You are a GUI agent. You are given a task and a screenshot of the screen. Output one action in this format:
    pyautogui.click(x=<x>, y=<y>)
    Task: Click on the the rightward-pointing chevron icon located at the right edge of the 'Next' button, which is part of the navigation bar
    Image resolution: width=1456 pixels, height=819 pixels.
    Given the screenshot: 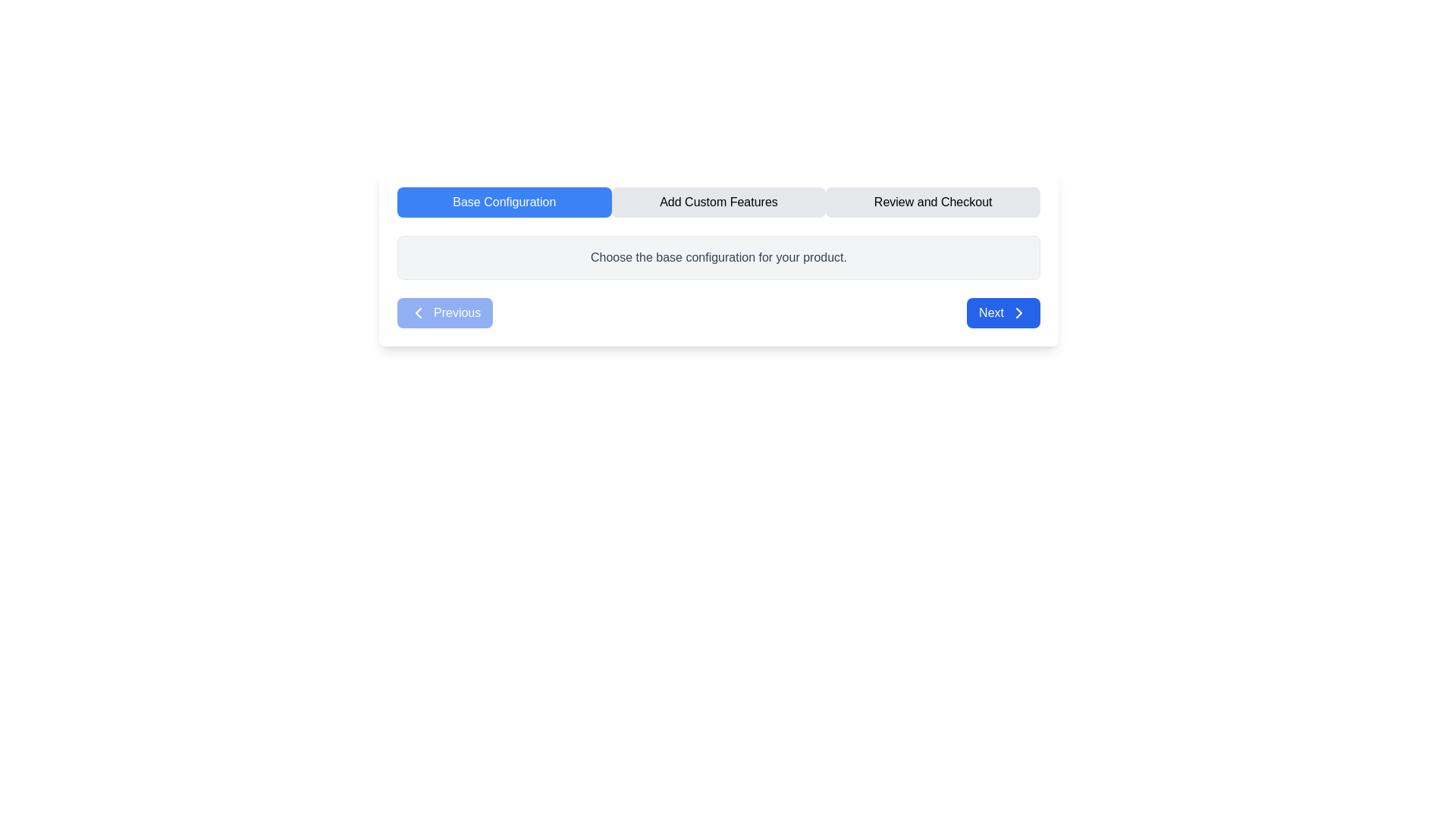 What is the action you would take?
    pyautogui.click(x=1019, y=312)
    